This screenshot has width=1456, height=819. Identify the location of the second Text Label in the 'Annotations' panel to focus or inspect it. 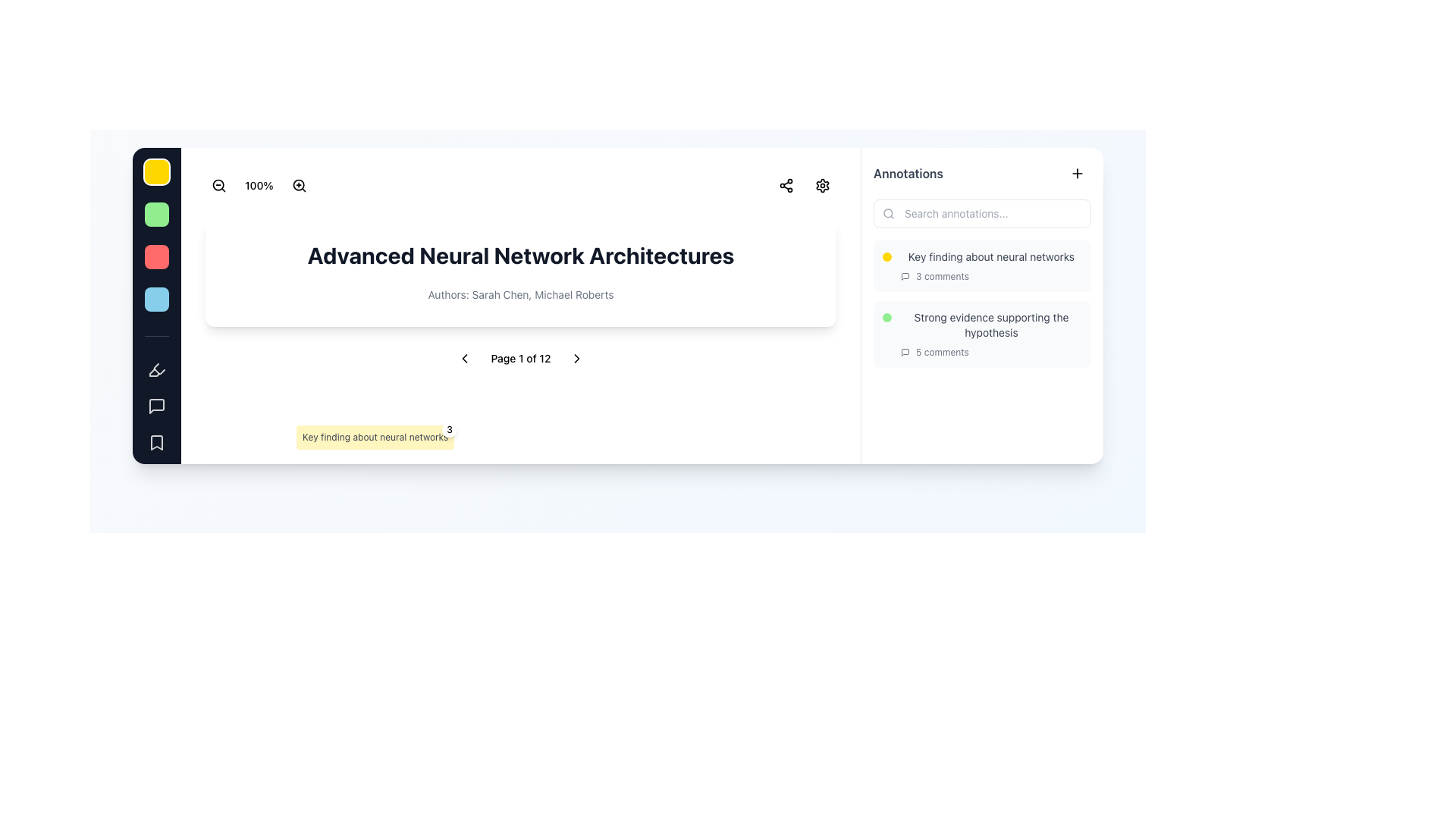
(991, 324).